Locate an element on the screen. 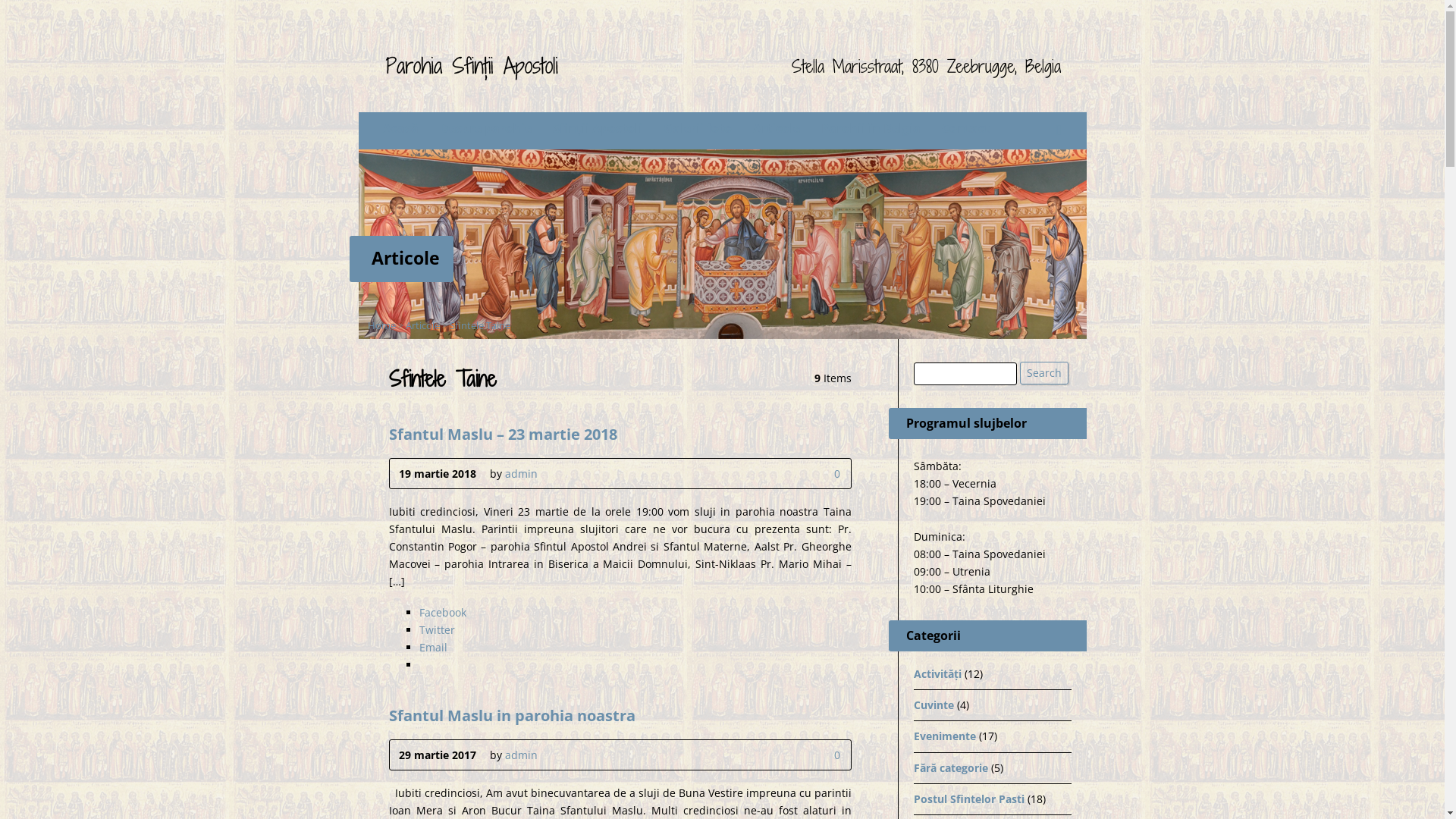 The width and height of the screenshot is (1456, 819). 'Evenimente' is located at coordinates (943, 735).